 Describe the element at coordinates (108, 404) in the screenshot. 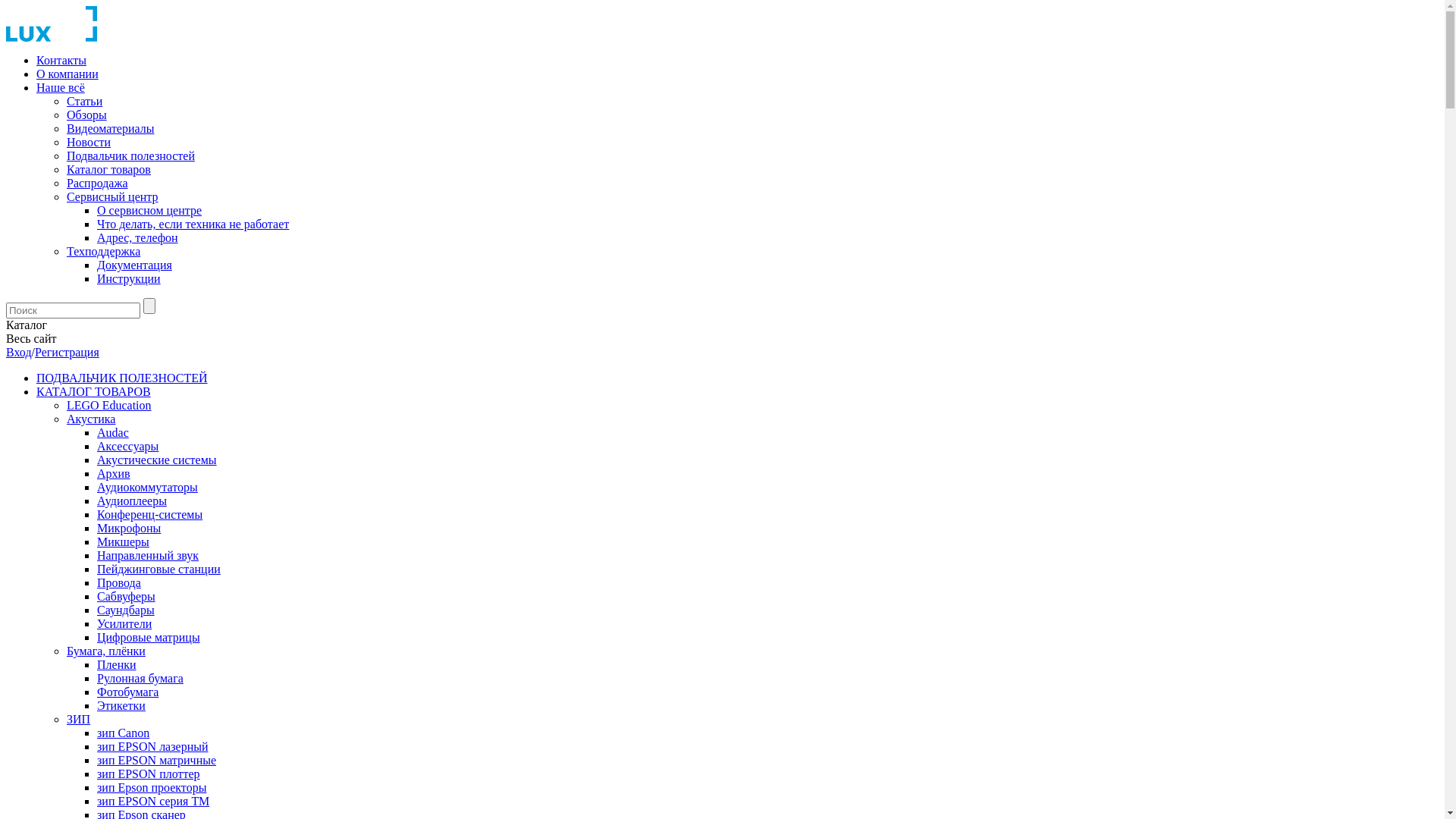

I see `'LEGO Education'` at that location.